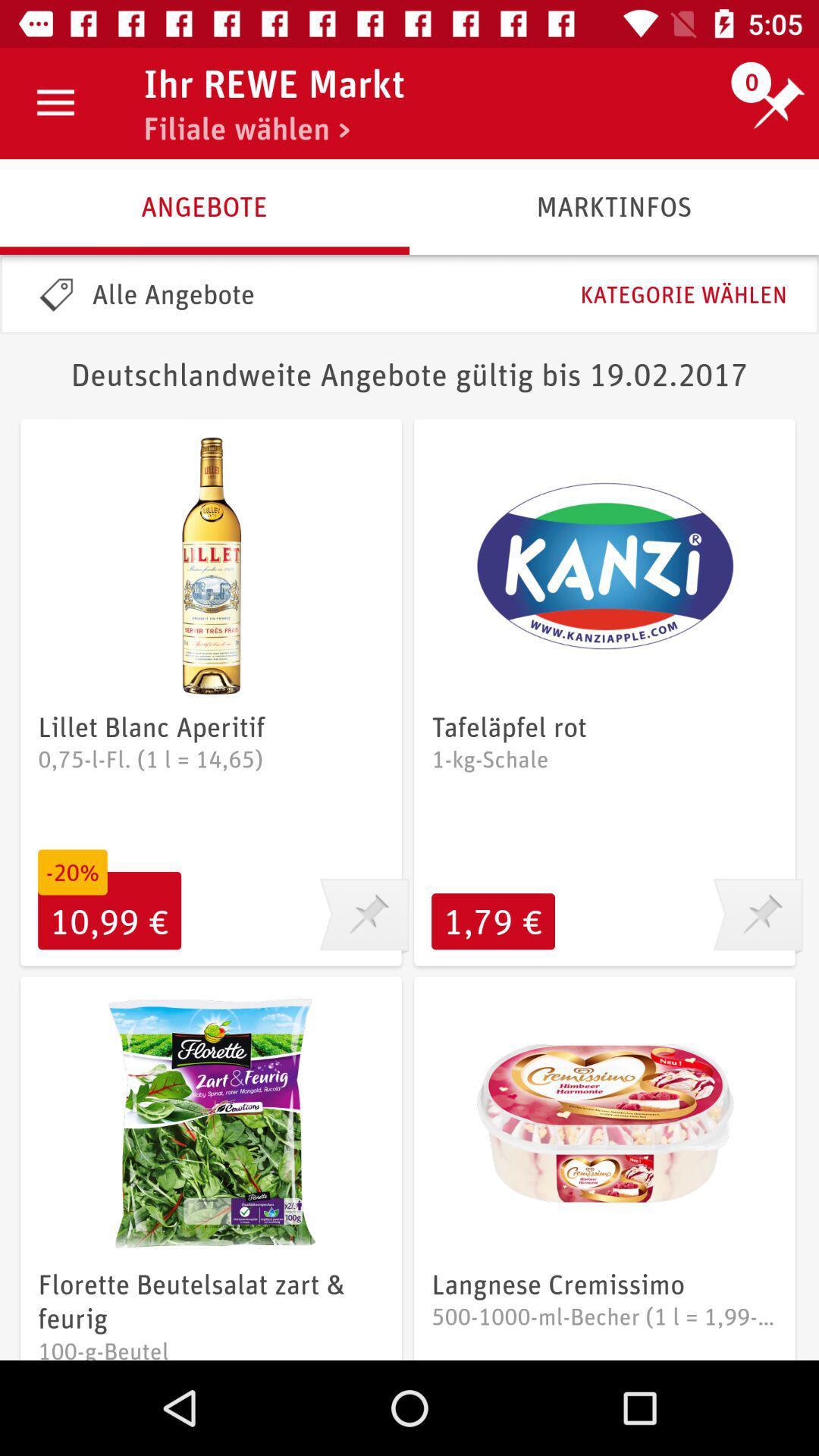 The width and height of the screenshot is (819, 1456). I want to click on the icon next to ihr rewe markt, so click(55, 102).